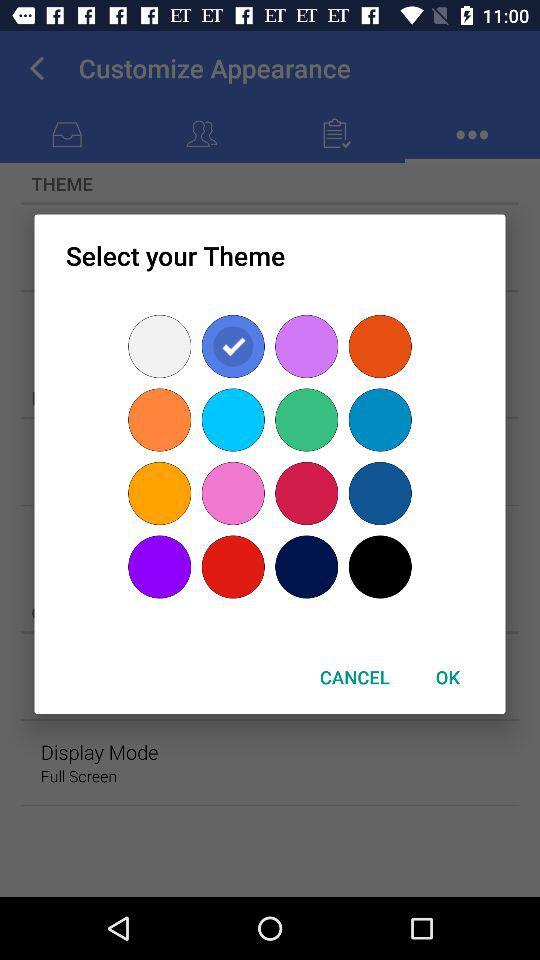 Image resolution: width=540 pixels, height=960 pixels. I want to click on the item at the bottom right corner, so click(447, 677).